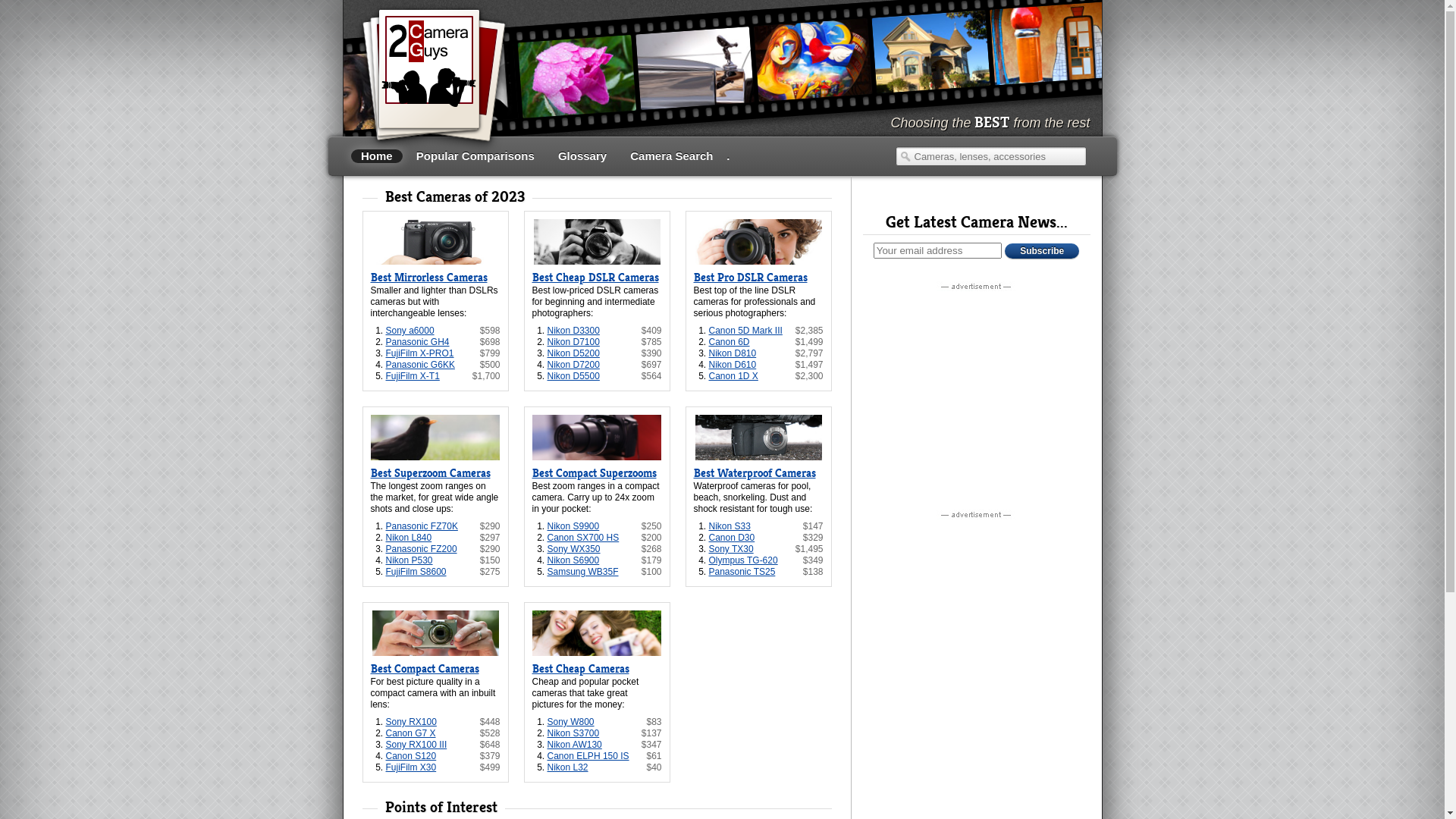  What do you see at coordinates (573, 549) in the screenshot?
I see `'Sony WX350'` at bounding box center [573, 549].